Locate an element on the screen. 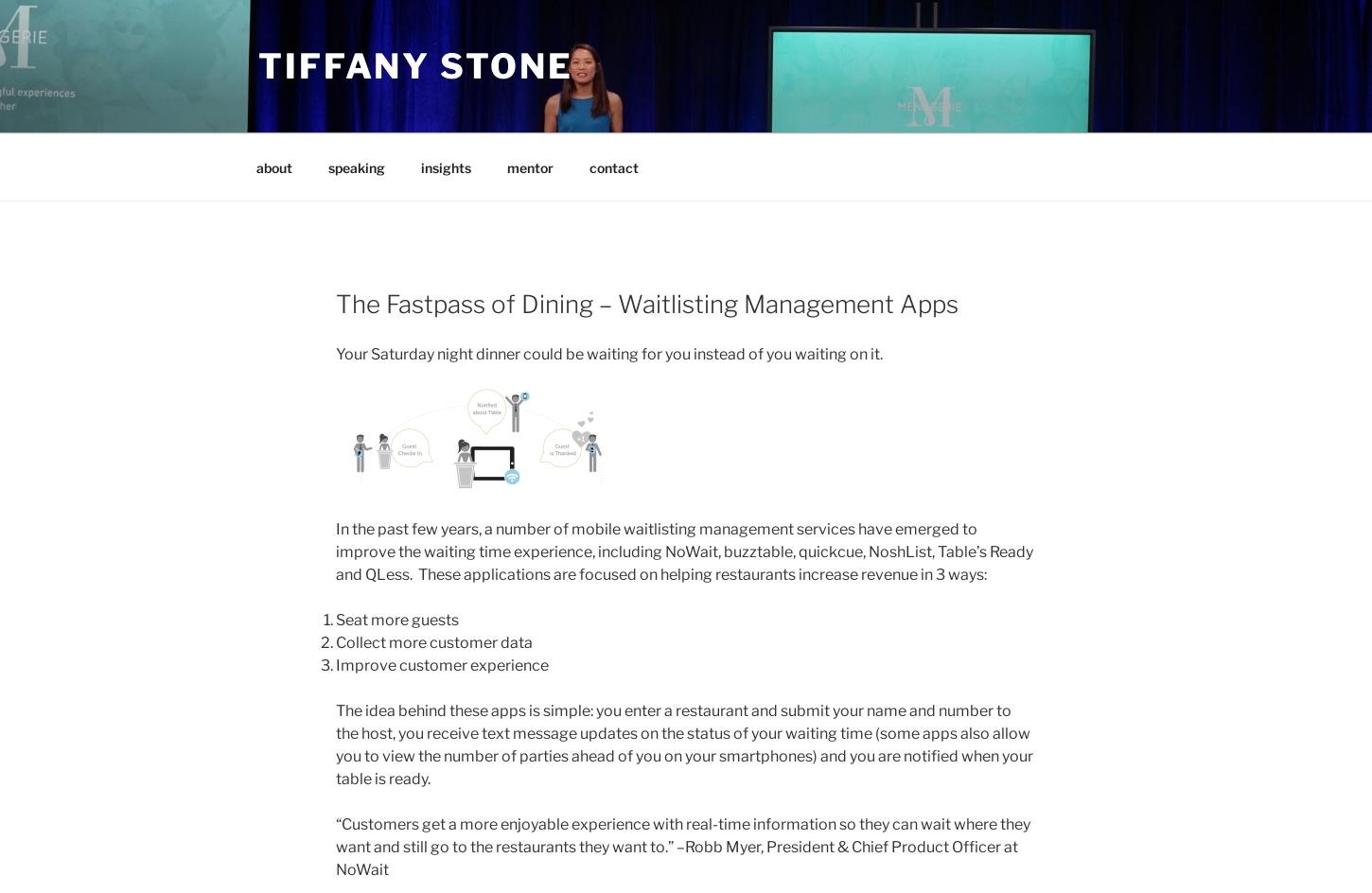 This screenshot has height=893, width=1372. 'mentor' is located at coordinates (506, 166).